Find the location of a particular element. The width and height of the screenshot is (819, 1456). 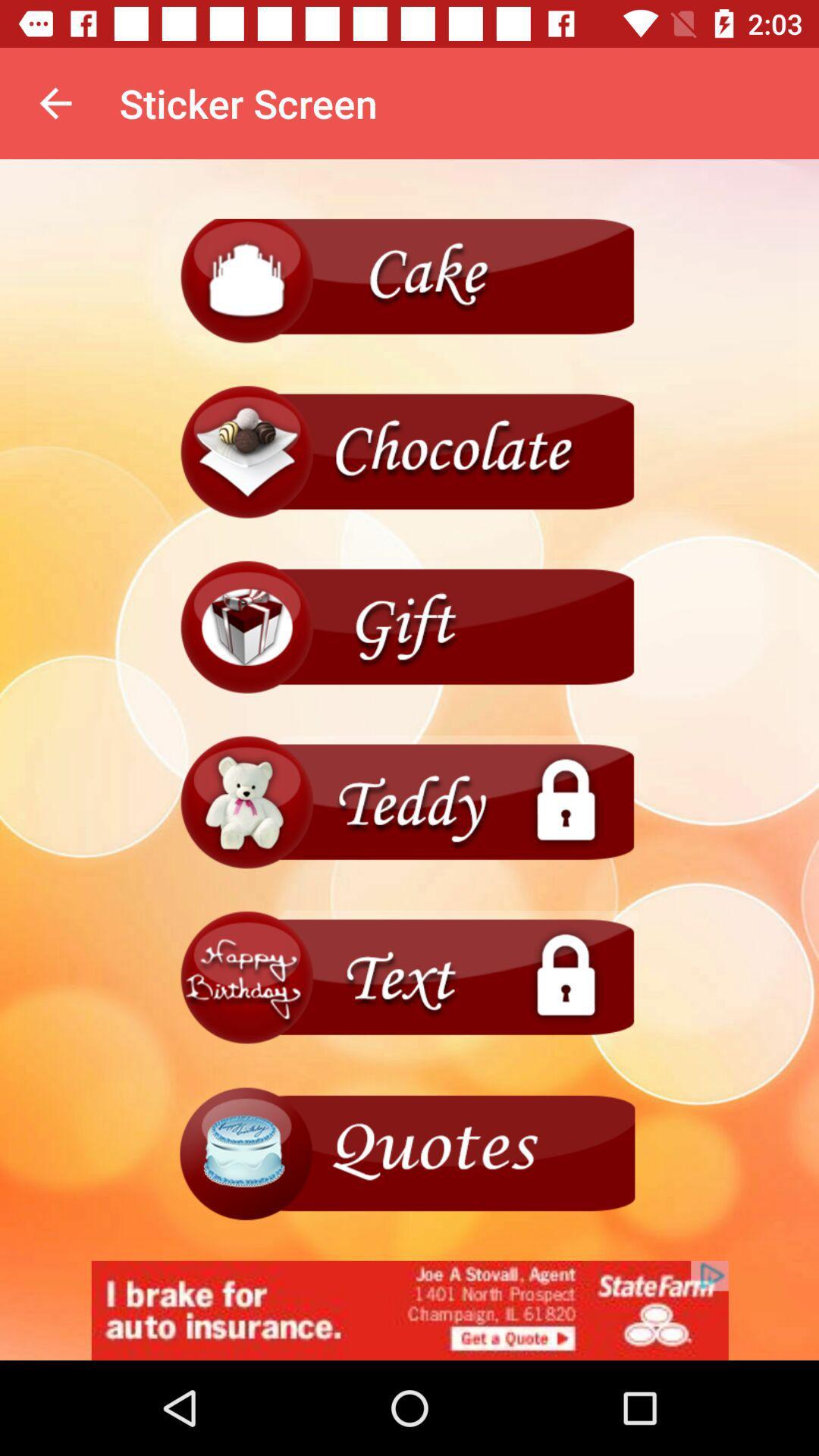

screen teddy lock button is located at coordinates (409, 802).